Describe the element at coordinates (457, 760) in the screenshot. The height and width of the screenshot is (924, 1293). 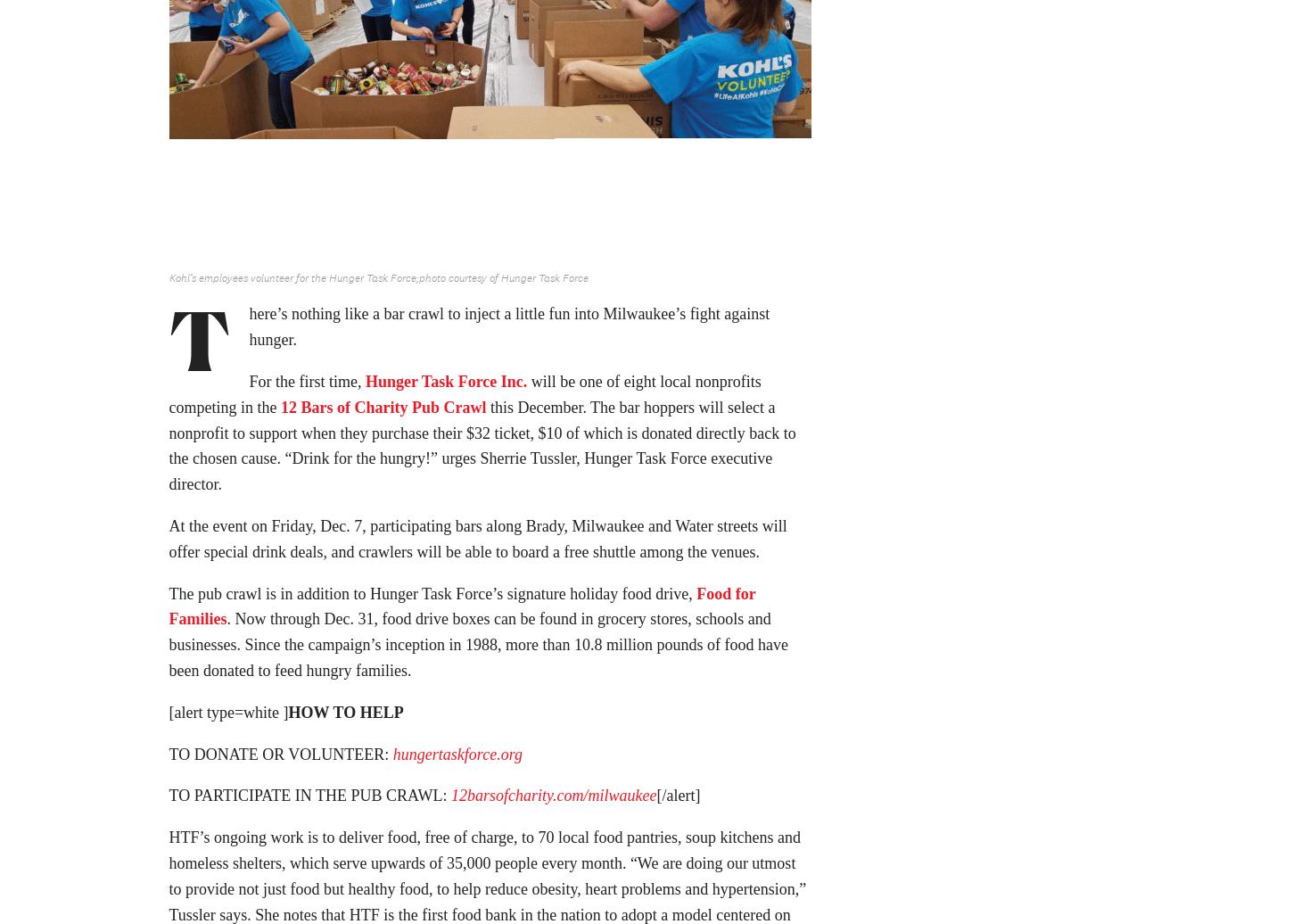
I see `'hungertaskforce.org'` at that location.